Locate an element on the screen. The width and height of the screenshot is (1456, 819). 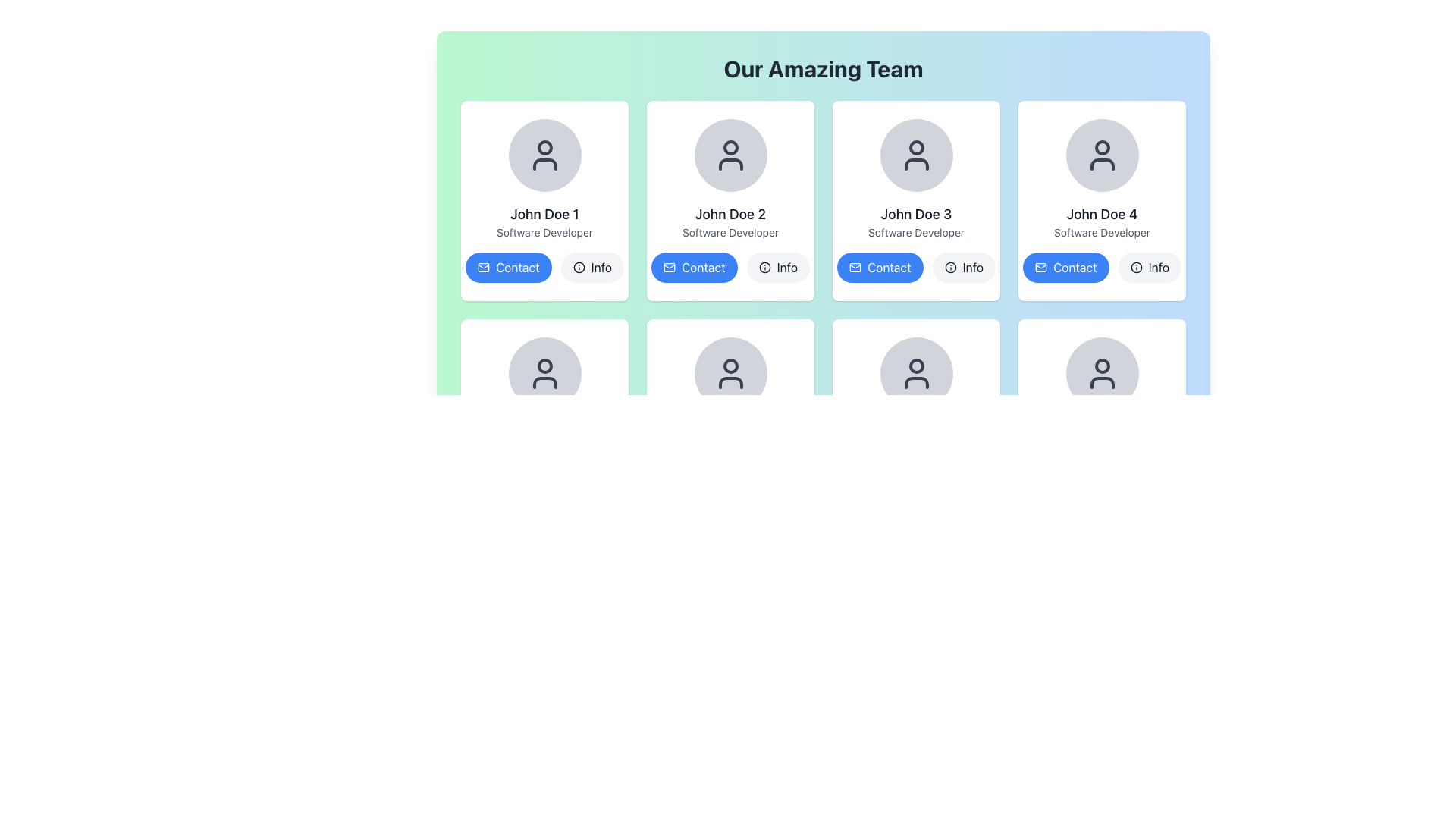
the circular user profile icon located in the fifth card of the second row in a 3x4 grid layout, directly below the profile card for 'John Doe 4' is located at coordinates (1102, 366).